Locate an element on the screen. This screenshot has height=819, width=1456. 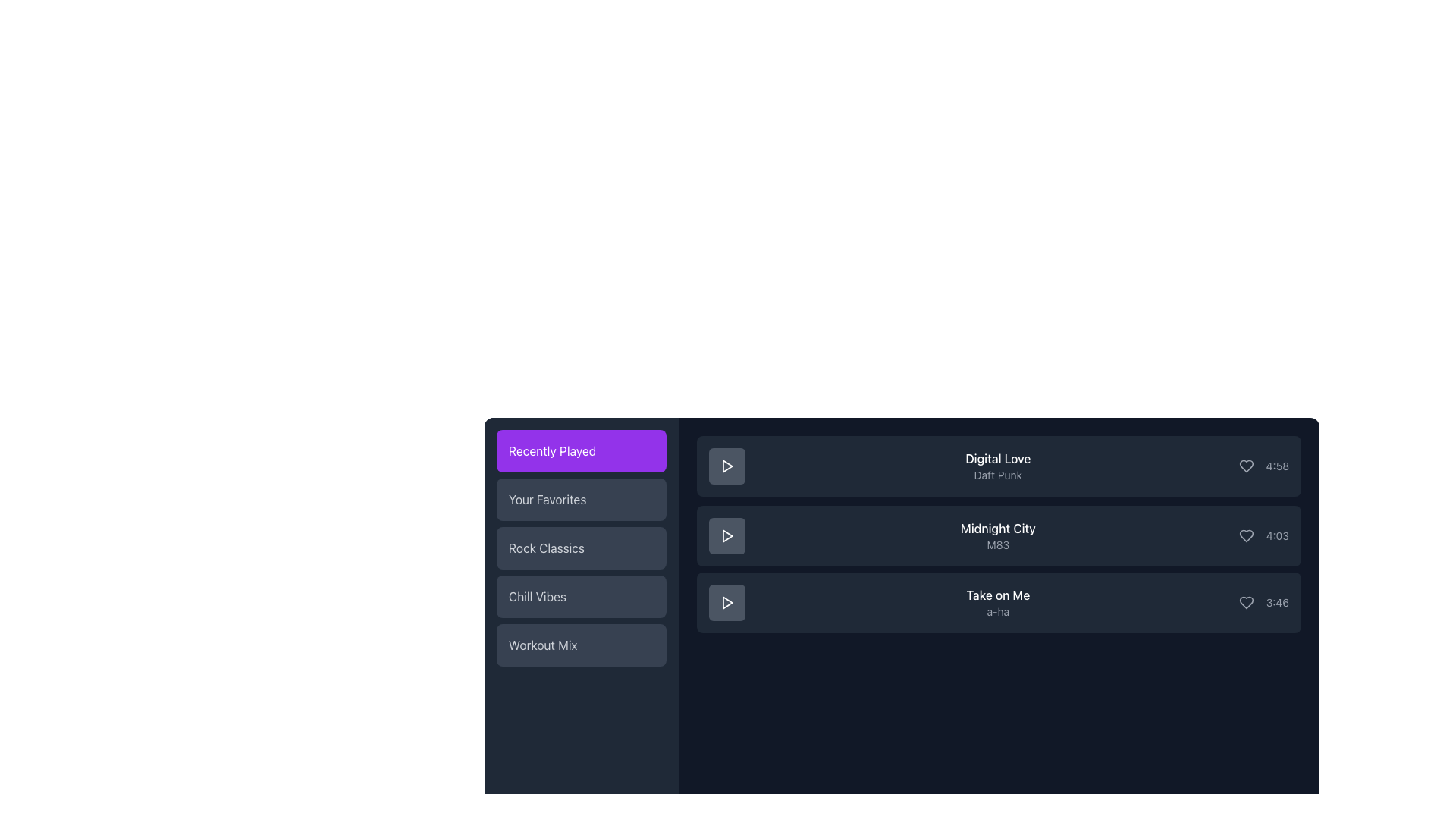
text displaying 'a-ha', which is styled in gray and positioned below the 'Take on Me' title is located at coordinates (998, 610).